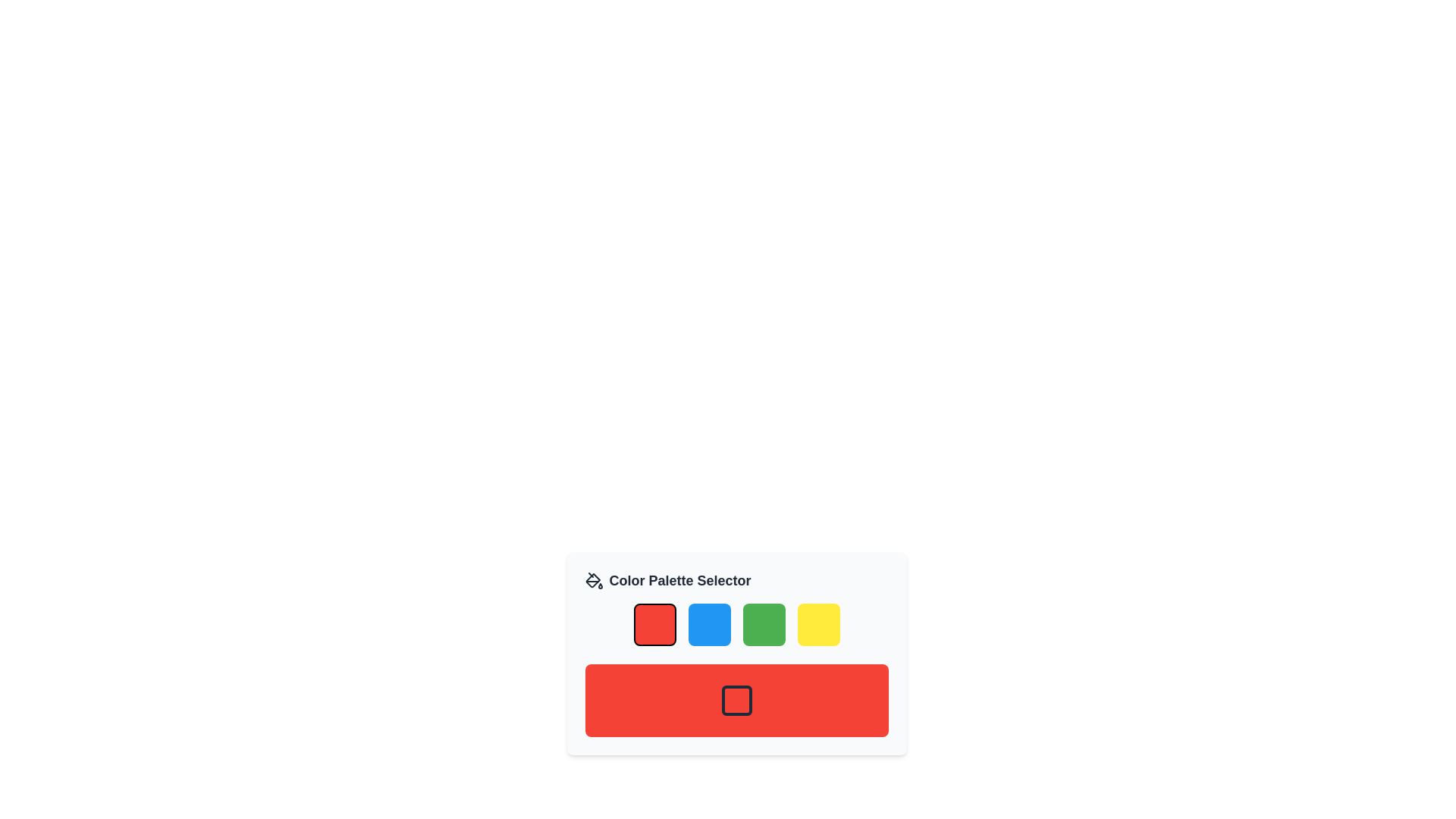  I want to click on the blue color option button in the color palette selector interface to trigger hover effects, so click(708, 625).